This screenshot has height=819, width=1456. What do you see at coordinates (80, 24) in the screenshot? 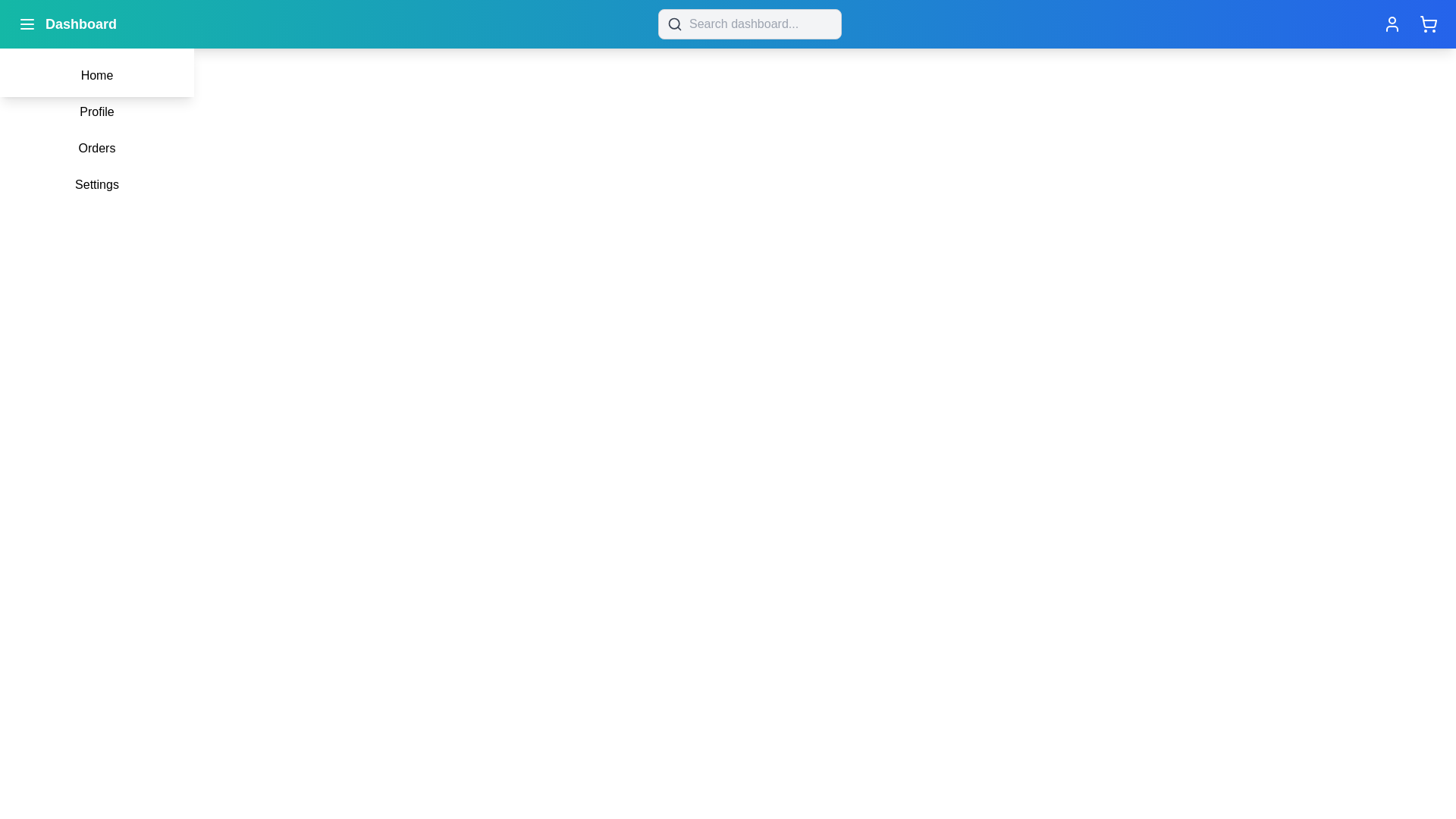
I see `the 'Dashboard' label, which is a bold white text element located in the teal header bar, positioned to the right of the three horizontal lines icon` at bounding box center [80, 24].